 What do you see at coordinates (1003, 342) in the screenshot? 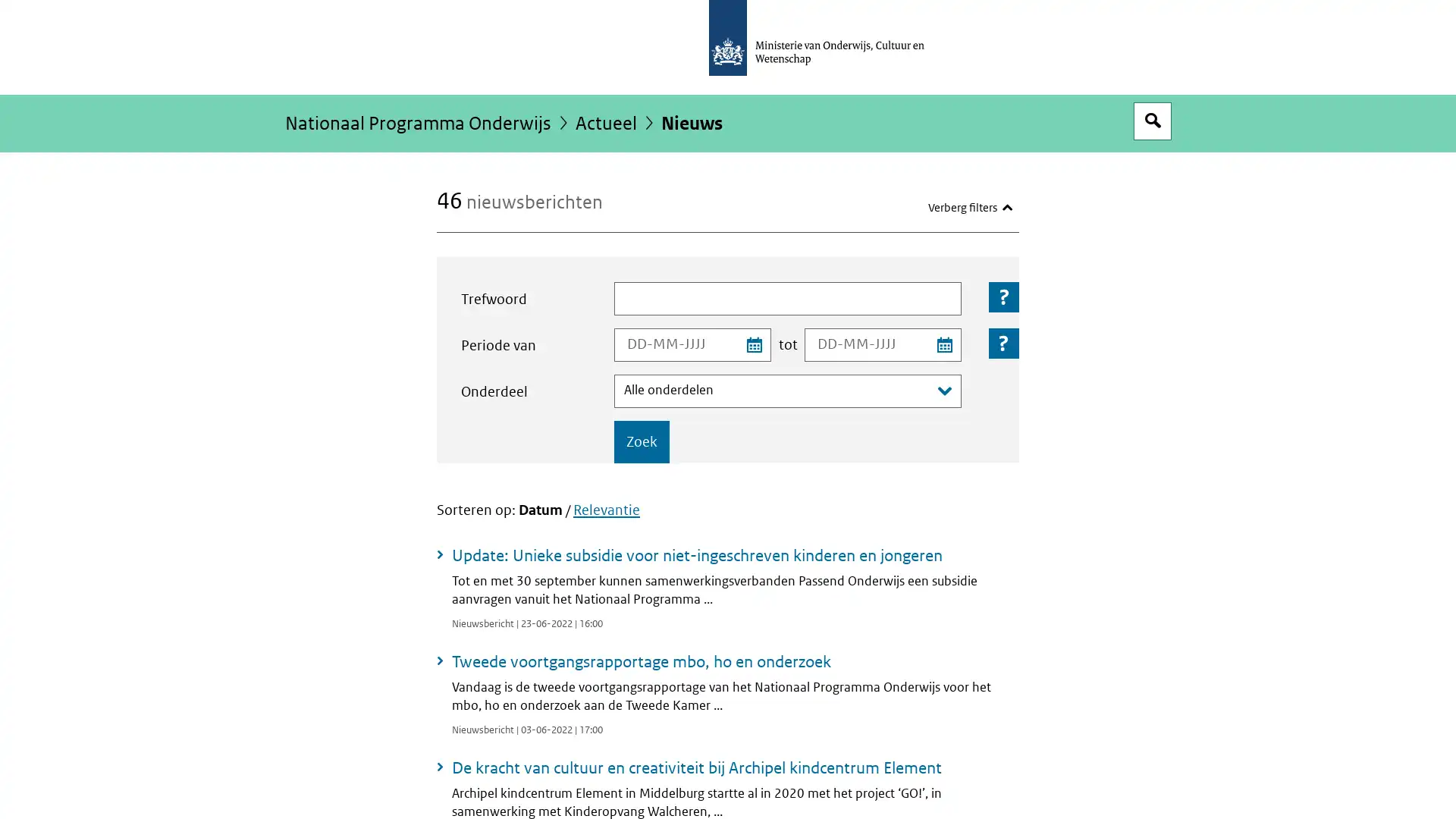
I see `Toelichting bij het veld: Periode` at bounding box center [1003, 342].